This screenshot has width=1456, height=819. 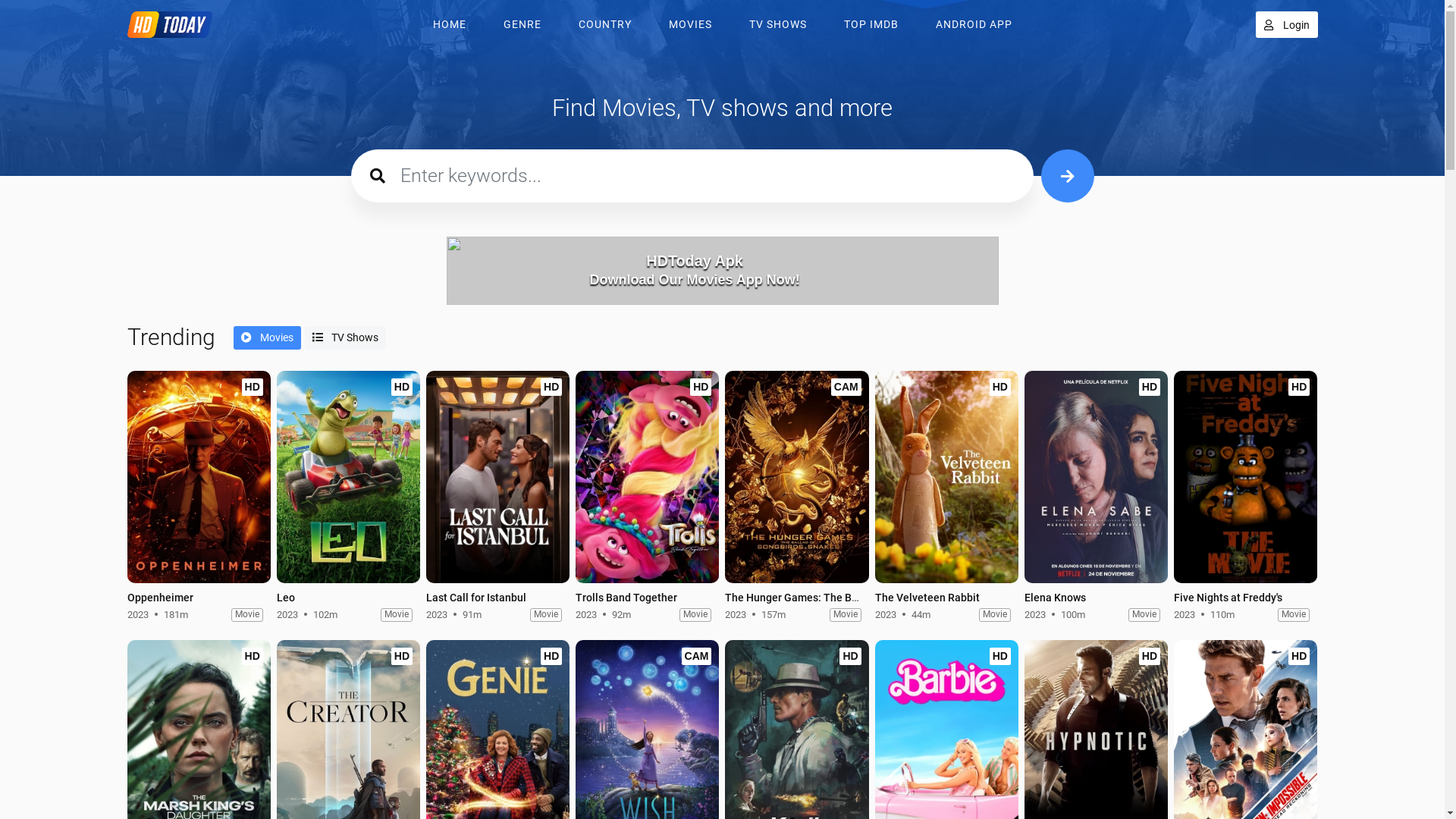 What do you see at coordinates (344, 337) in the screenshot?
I see `'TV Shows'` at bounding box center [344, 337].